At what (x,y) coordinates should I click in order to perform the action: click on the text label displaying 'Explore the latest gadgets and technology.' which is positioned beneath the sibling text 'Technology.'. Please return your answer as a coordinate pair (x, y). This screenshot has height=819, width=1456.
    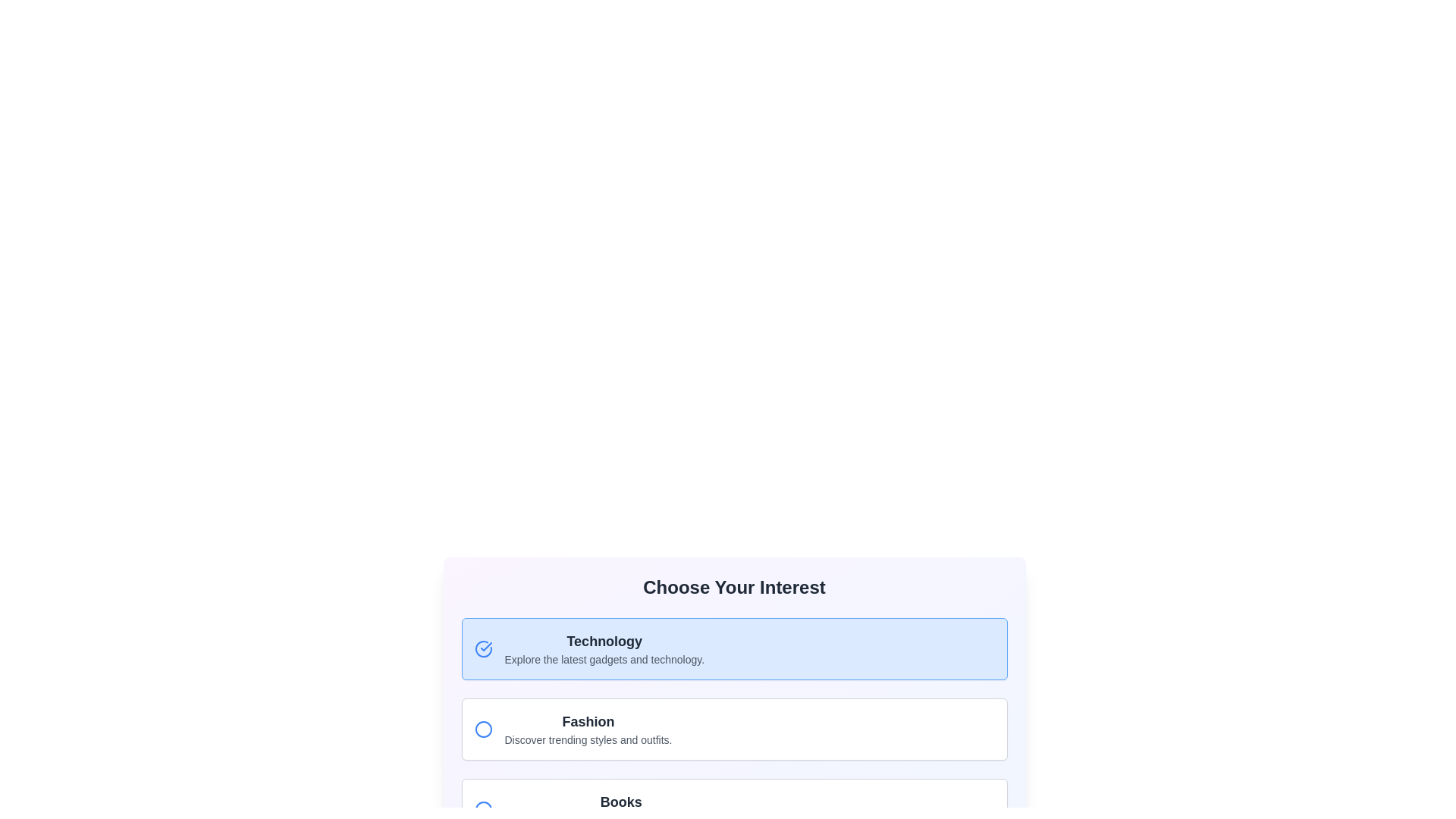
    Looking at the image, I should click on (604, 659).